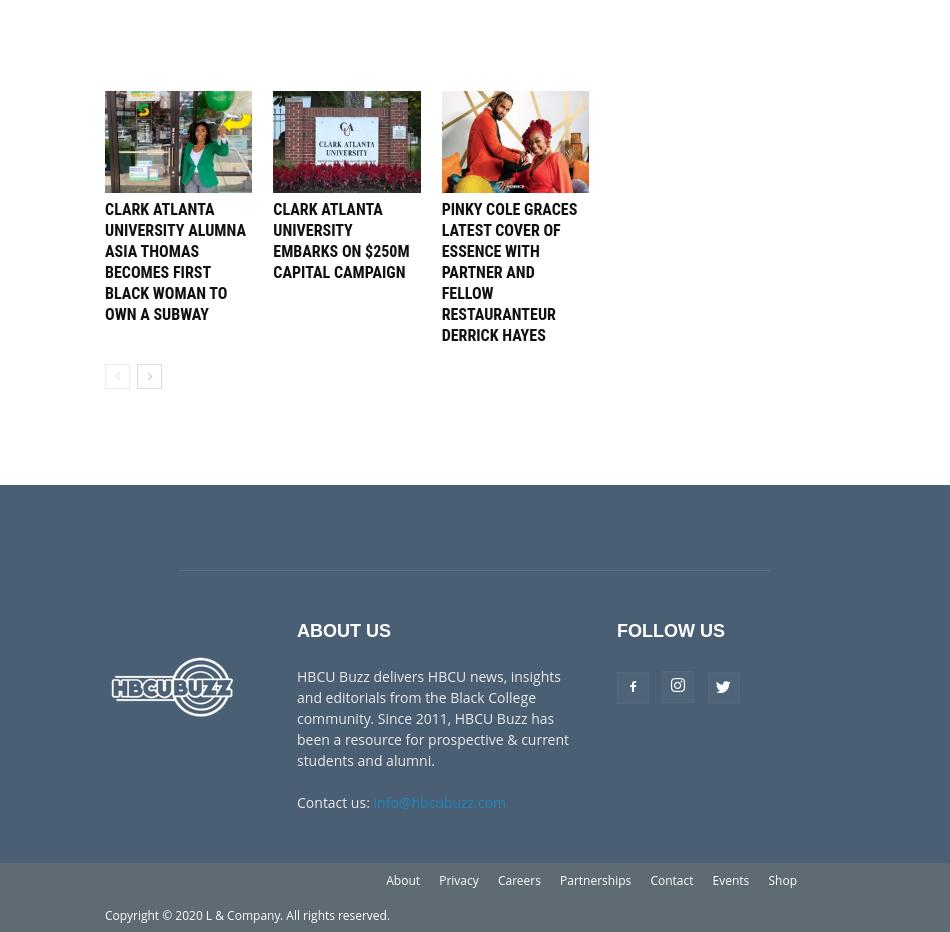 This screenshot has width=950, height=932. What do you see at coordinates (333, 801) in the screenshot?
I see `'Contact us:'` at bounding box center [333, 801].